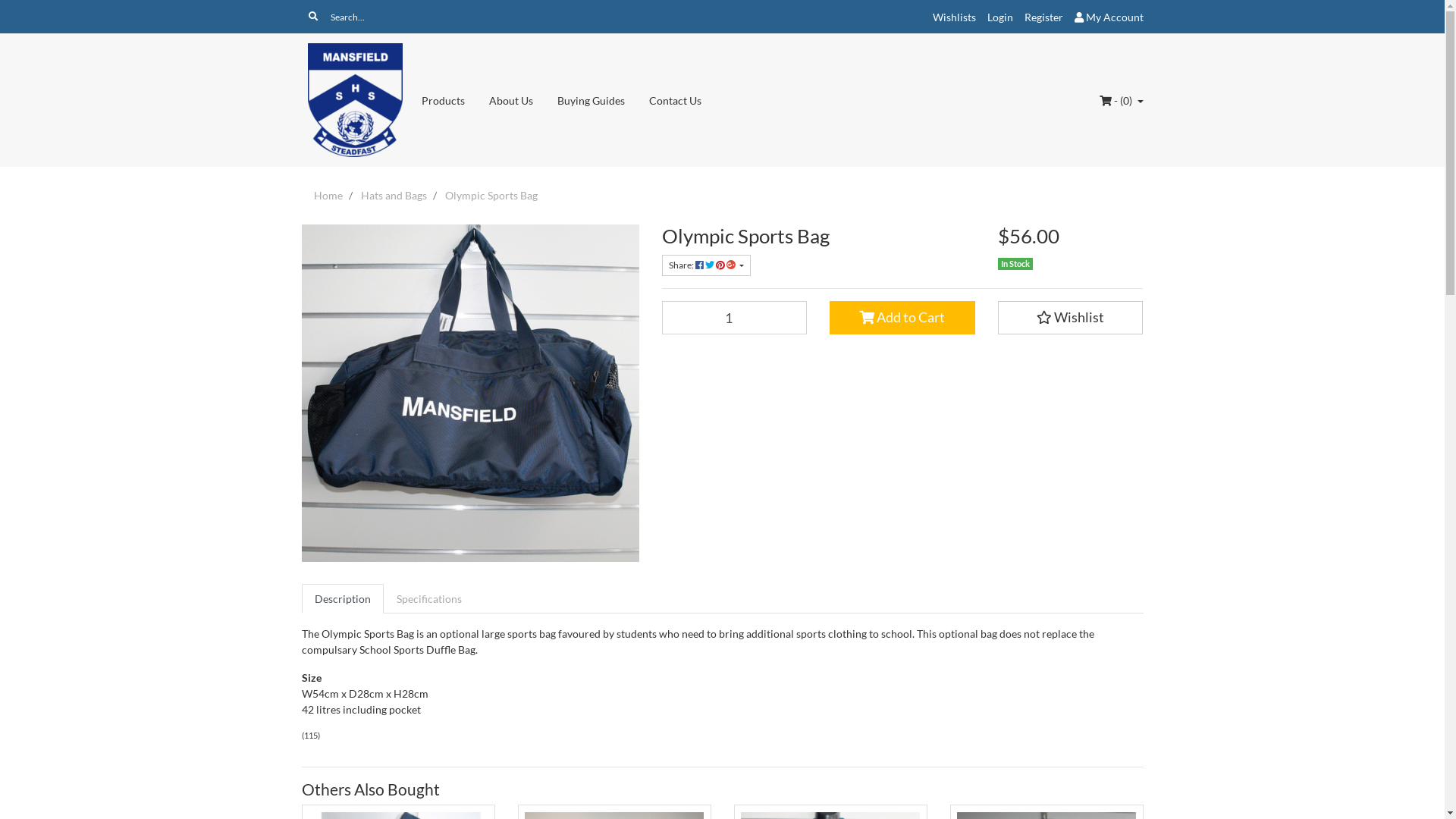 This screenshot has width=1456, height=819. I want to click on 'Add to Cart', so click(902, 317).